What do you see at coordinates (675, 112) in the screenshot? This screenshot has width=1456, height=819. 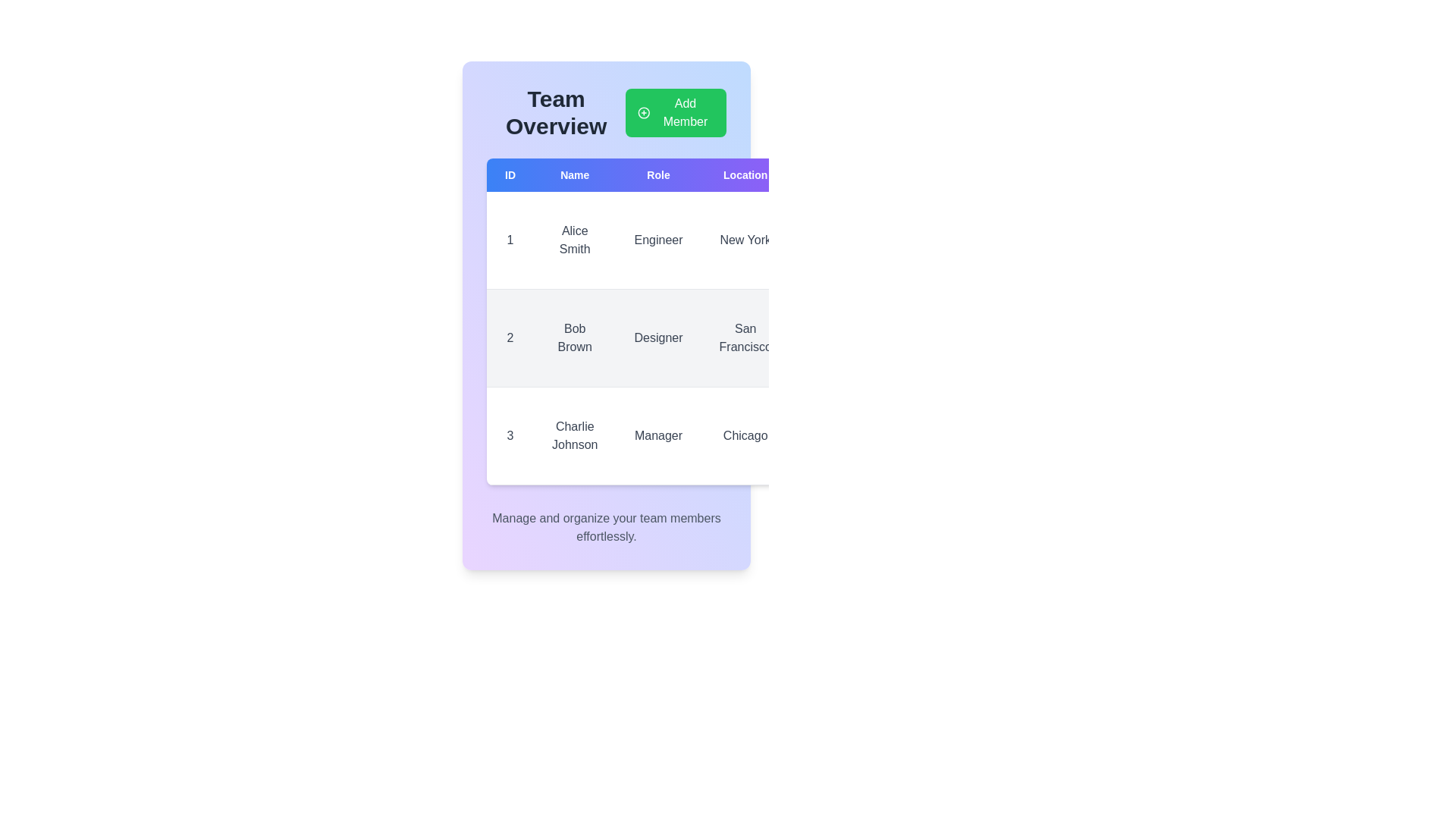 I see `the 'Add Member' button, which is a vibrant green rectangular button with rounded corners located in the upper-right corner of the 'Team Overview' section` at bounding box center [675, 112].